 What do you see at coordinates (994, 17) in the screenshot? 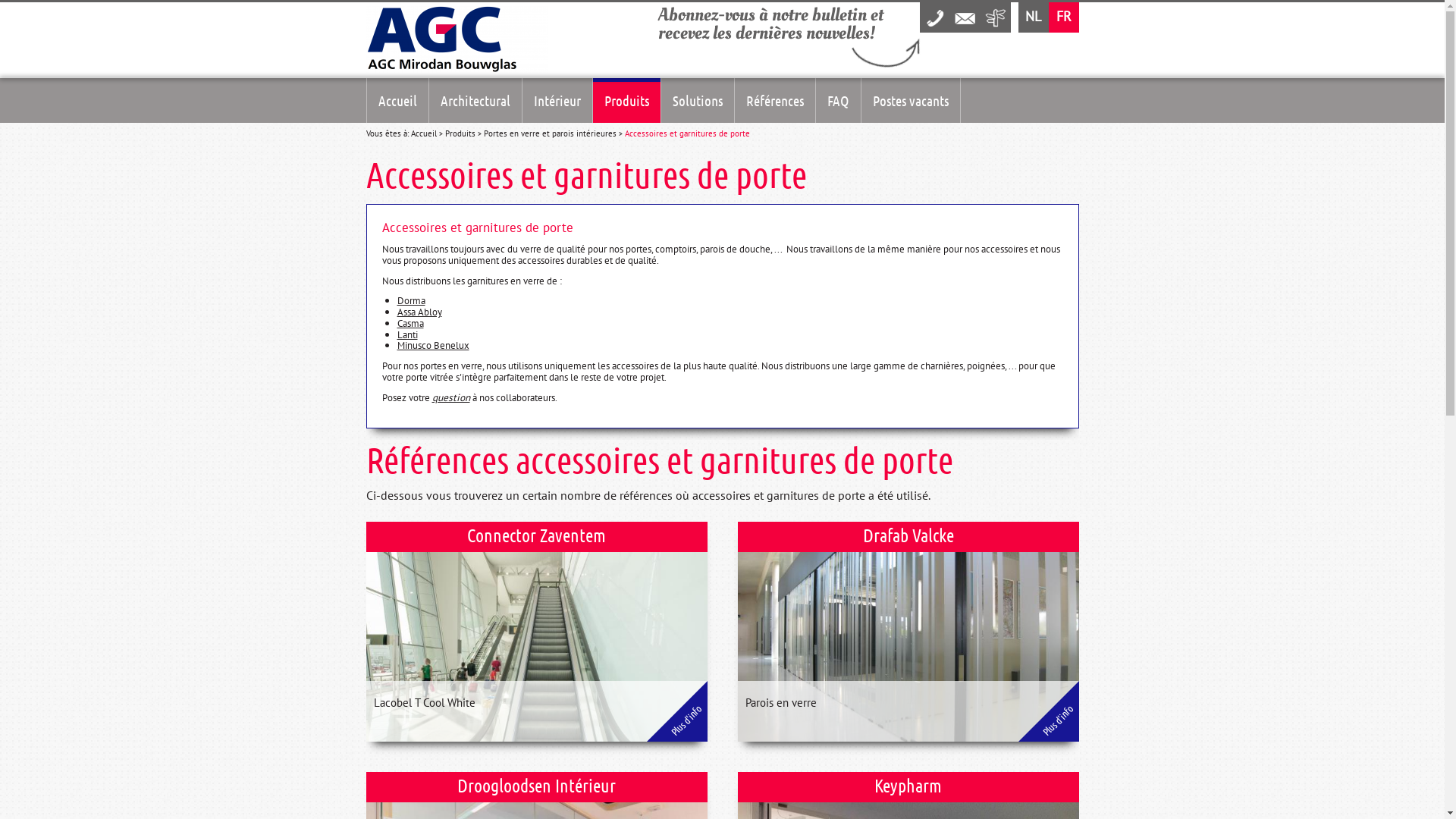
I see `' '` at bounding box center [994, 17].